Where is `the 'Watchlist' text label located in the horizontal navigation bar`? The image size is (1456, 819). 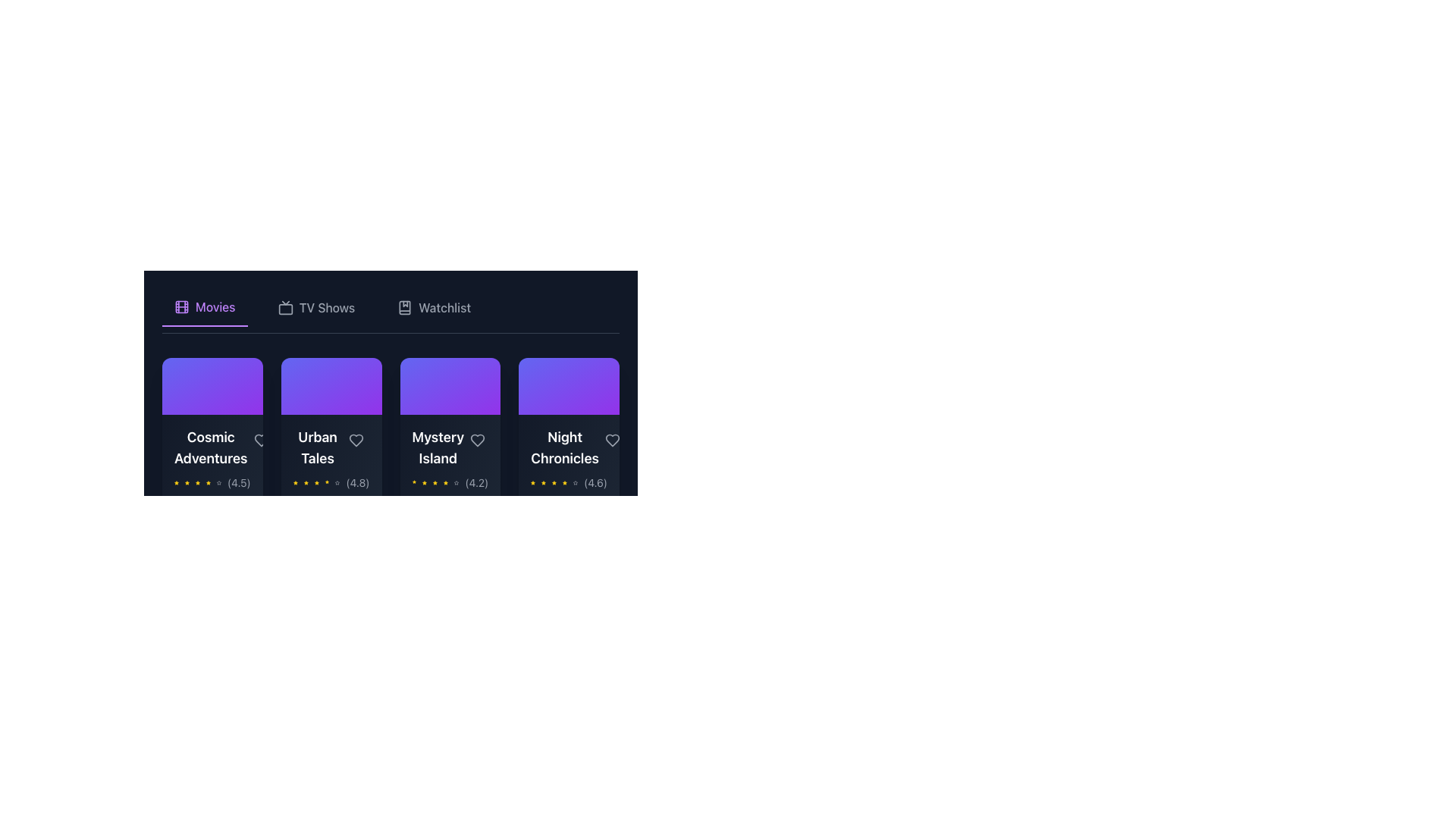 the 'Watchlist' text label located in the horizontal navigation bar is located at coordinates (444, 307).